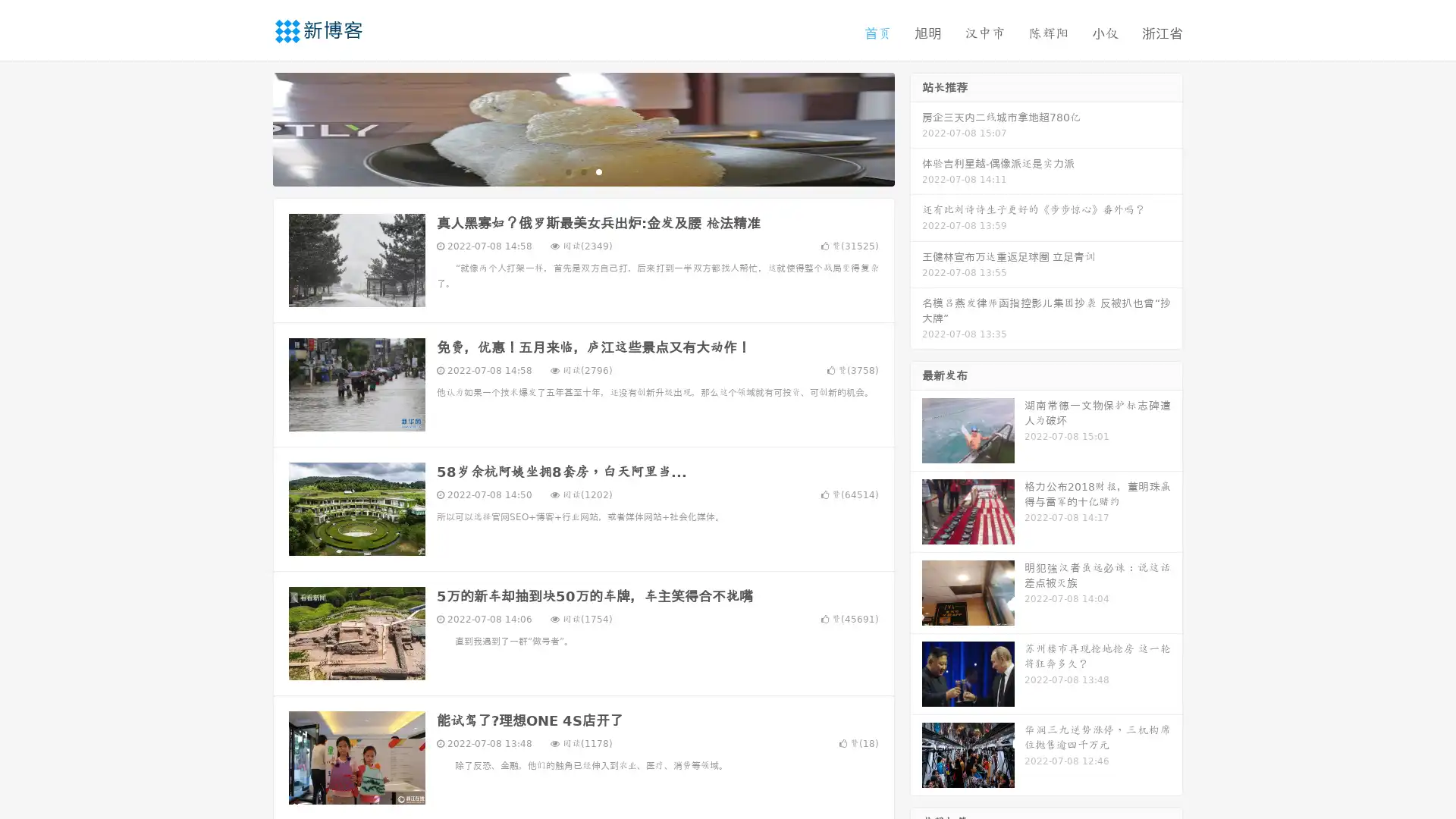 The image size is (1456, 819). What do you see at coordinates (916, 127) in the screenshot?
I see `Next slide` at bounding box center [916, 127].